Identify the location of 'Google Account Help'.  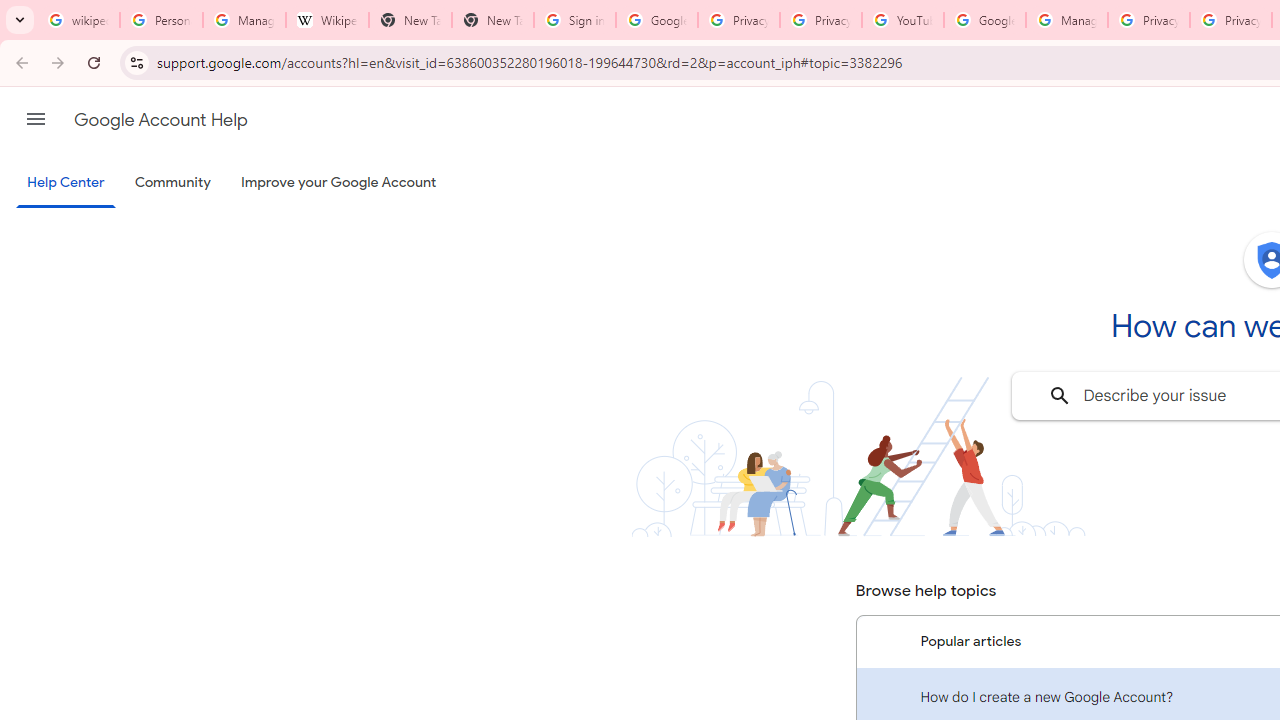
(160, 119).